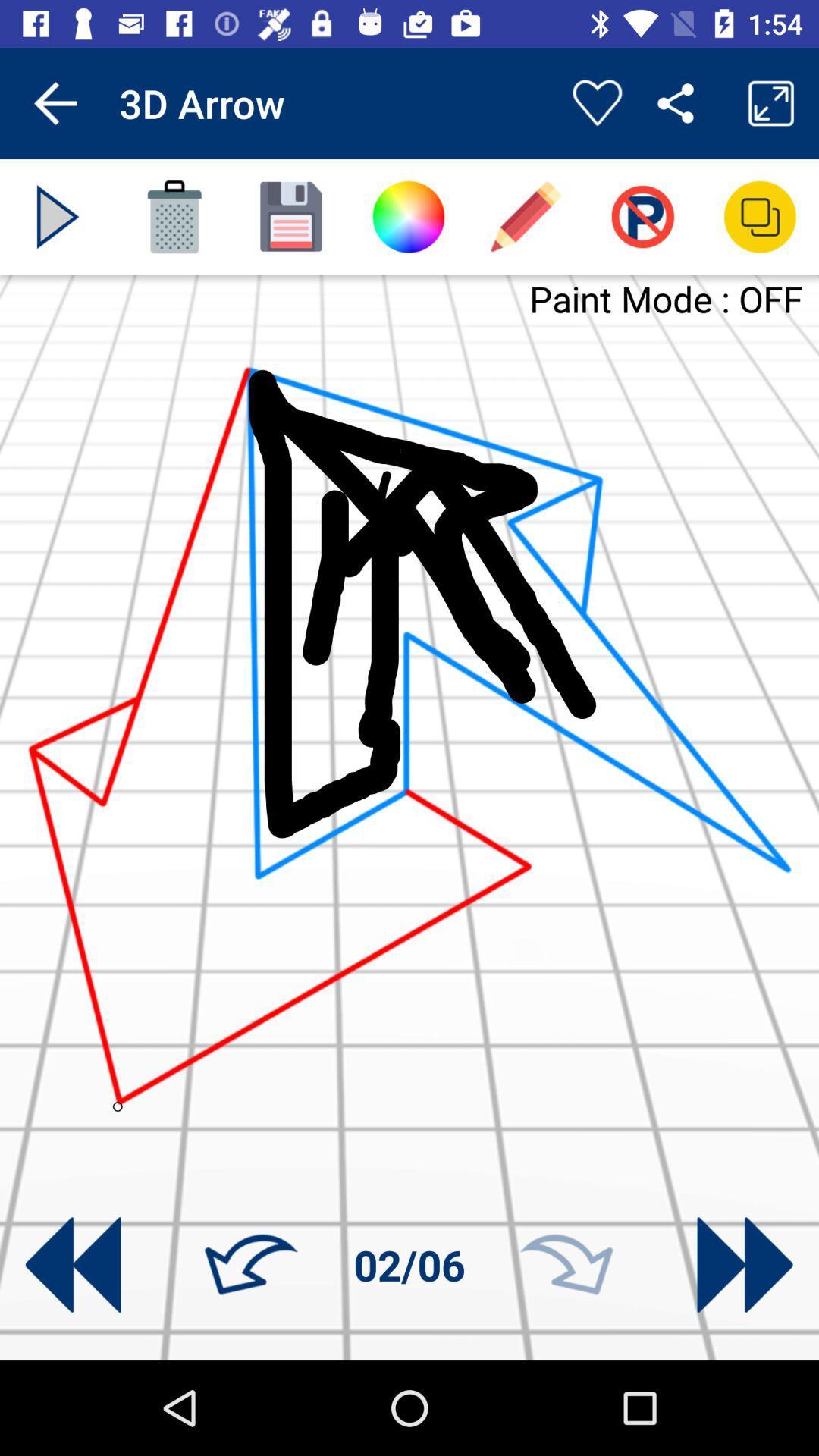  What do you see at coordinates (566, 1265) in the screenshot?
I see `use this to go forward` at bounding box center [566, 1265].